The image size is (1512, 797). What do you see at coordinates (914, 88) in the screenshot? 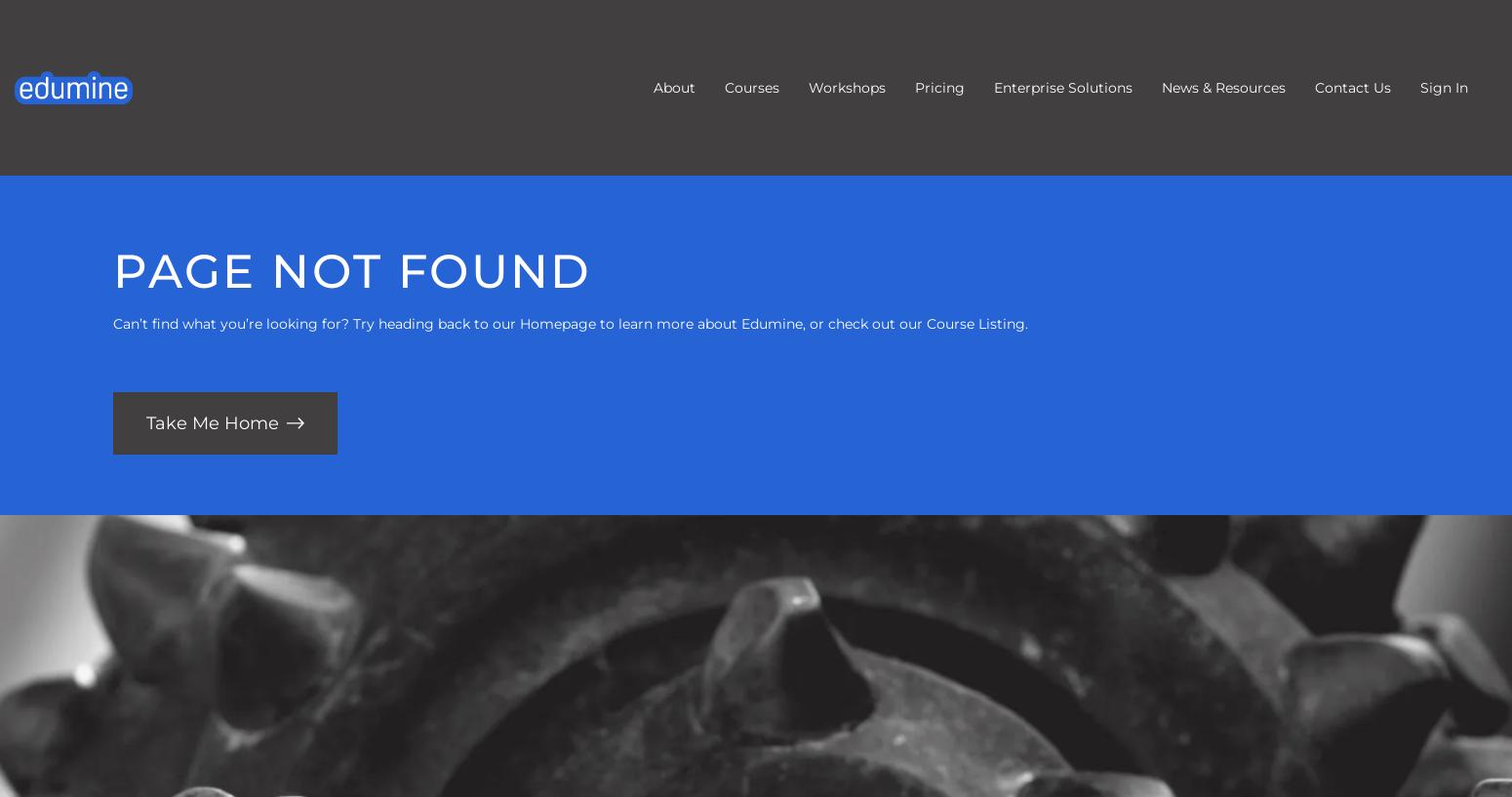
I see `'Pricing'` at bounding box center [914, 88].